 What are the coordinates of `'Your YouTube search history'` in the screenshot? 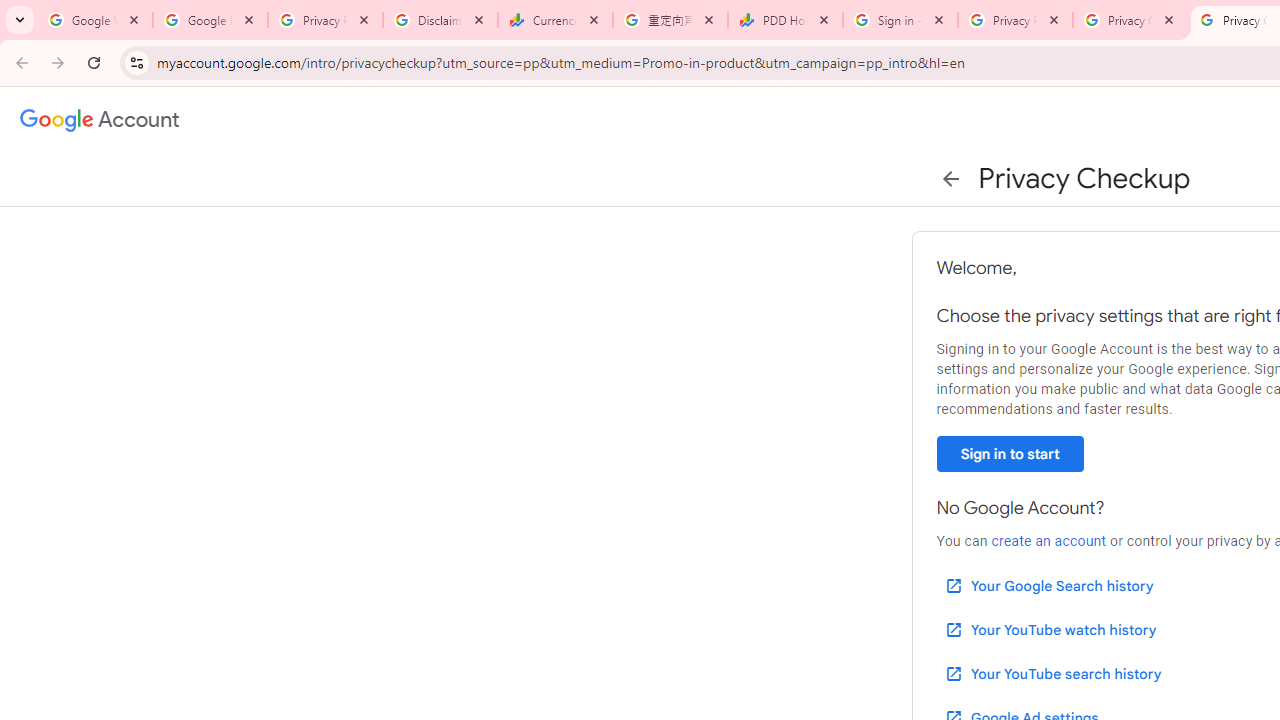 It's located at (1051, 673).